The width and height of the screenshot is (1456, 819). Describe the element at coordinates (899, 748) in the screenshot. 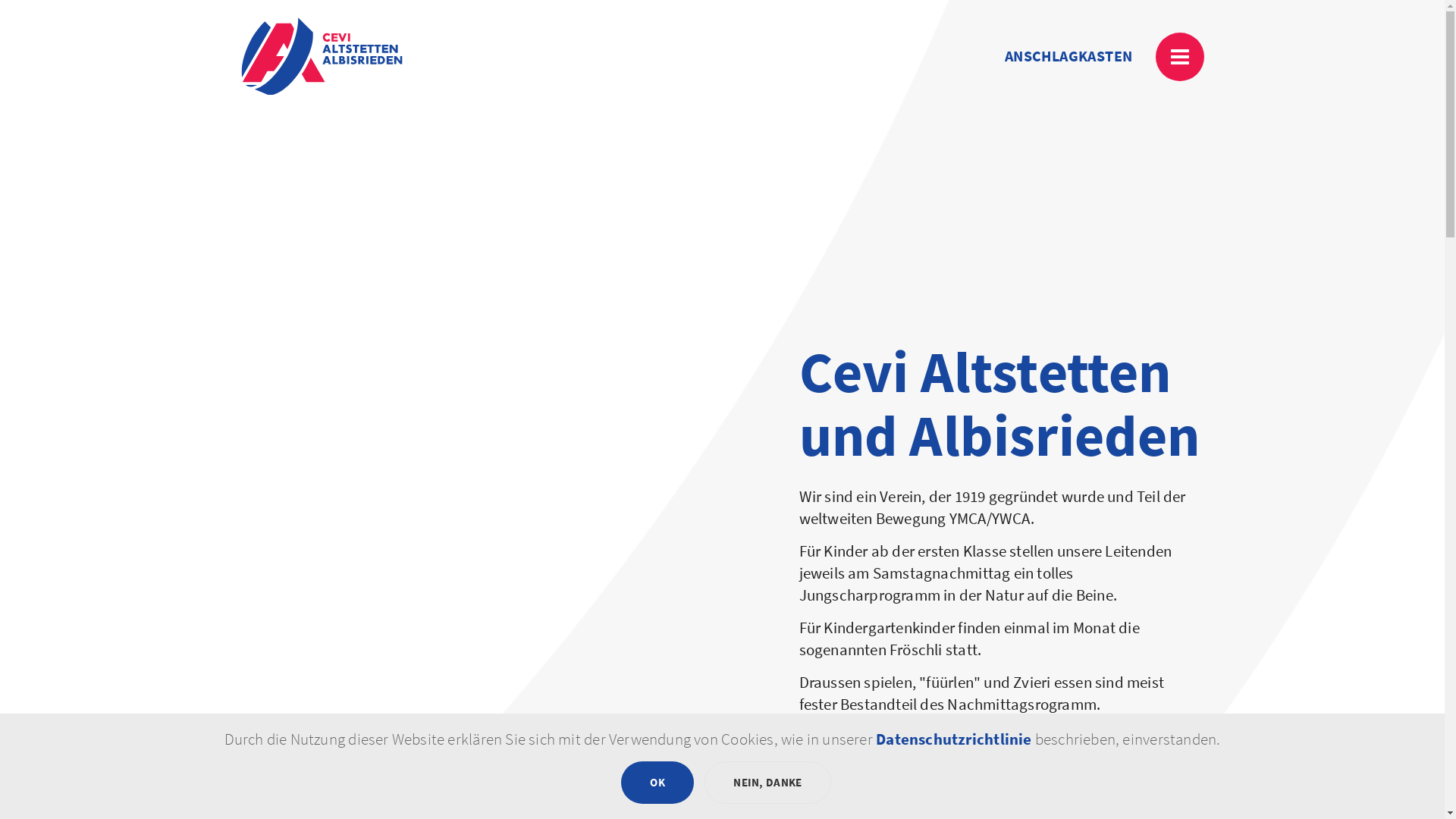

I see `'ZUM ANSCHLAGKASTEN'` at that location.